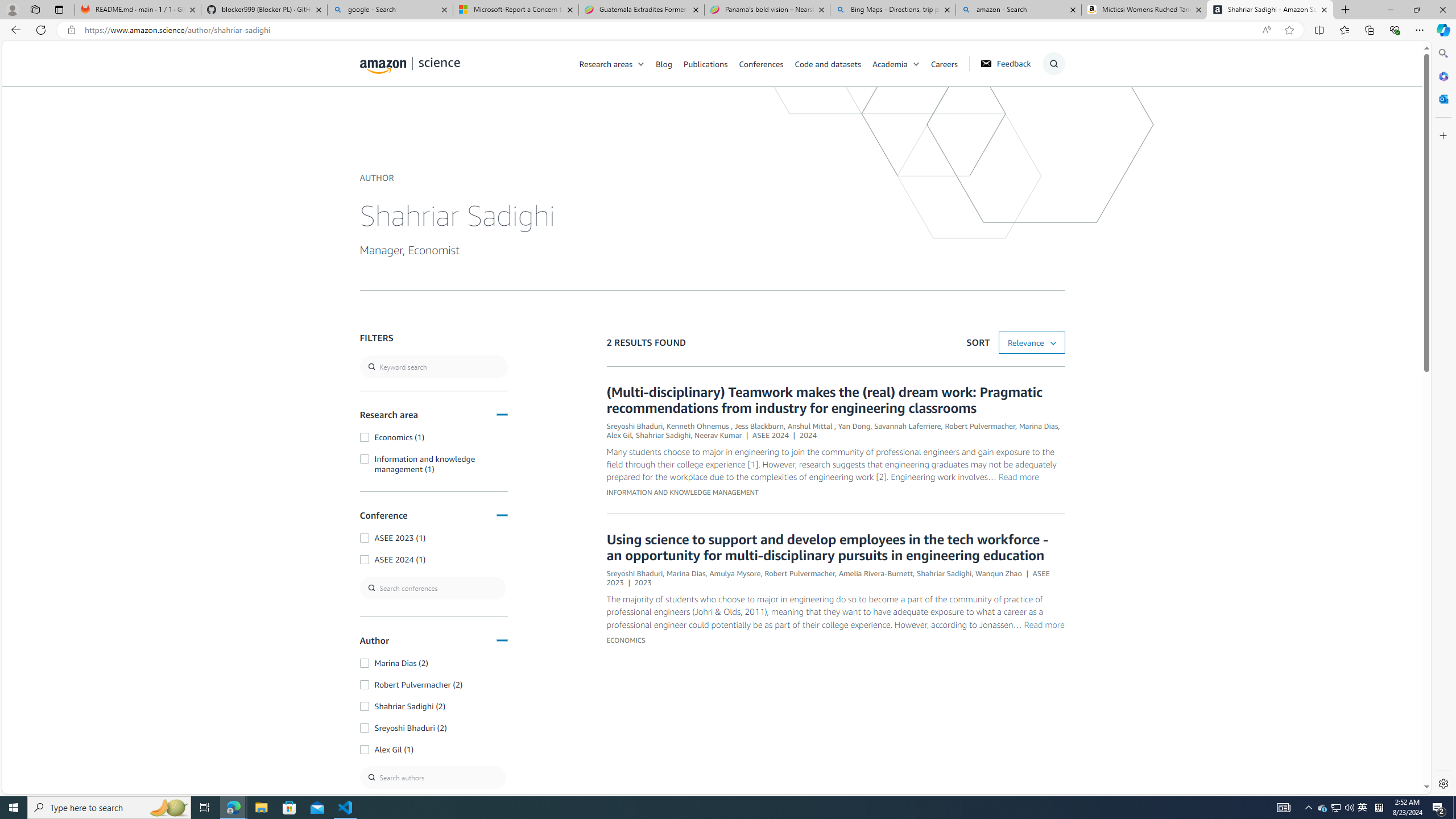 The image size is (1456, 819). What do you see at coordinates (373, 109) in the screenshot?
I see `'Class: icon-magnify'` at bounding box center [373, 109].